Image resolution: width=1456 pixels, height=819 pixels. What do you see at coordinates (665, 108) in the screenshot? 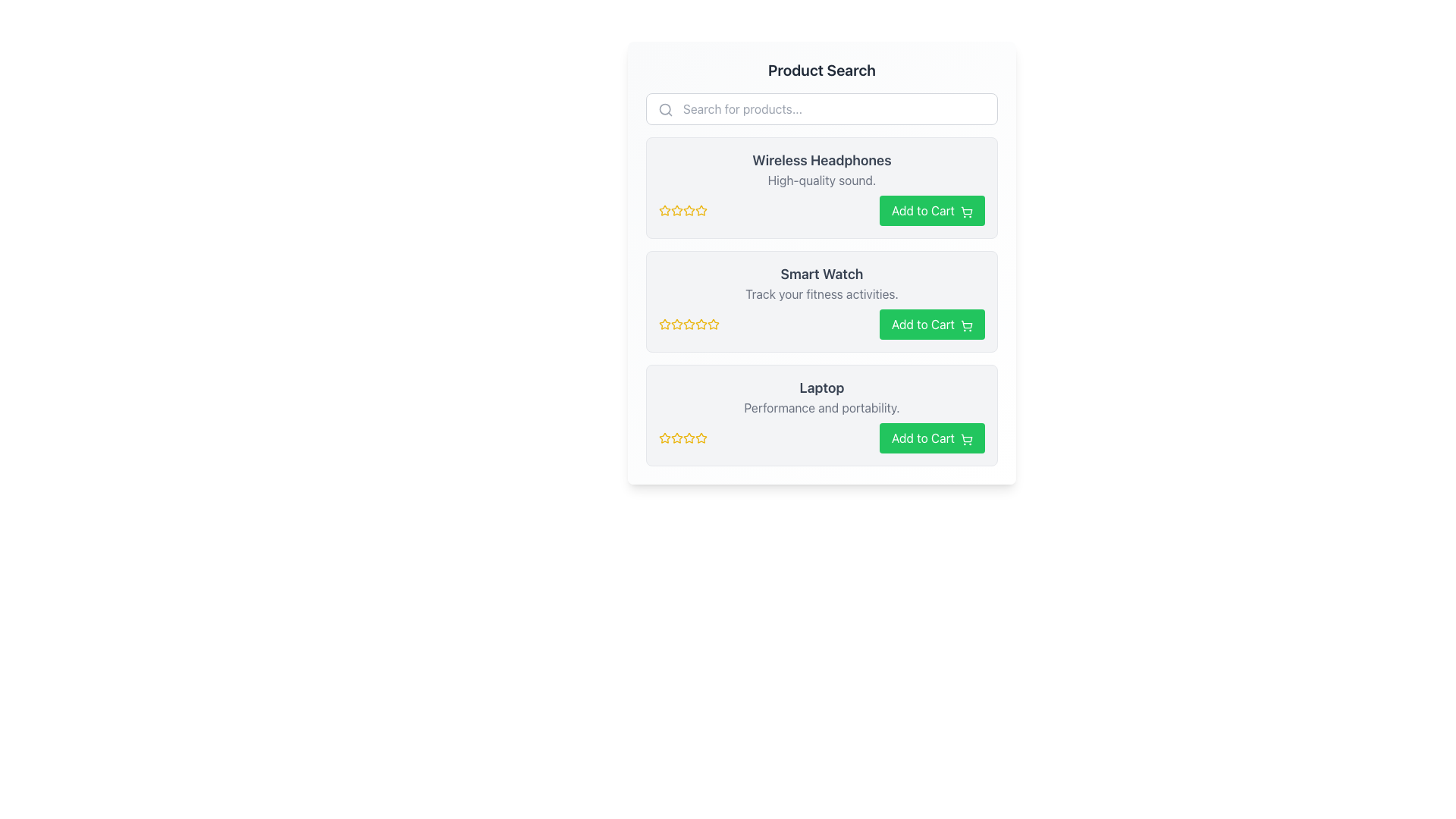
I see `the circular part of the magnifying glass icon located at the far left of the search input field` at bounding box center [665, 108].